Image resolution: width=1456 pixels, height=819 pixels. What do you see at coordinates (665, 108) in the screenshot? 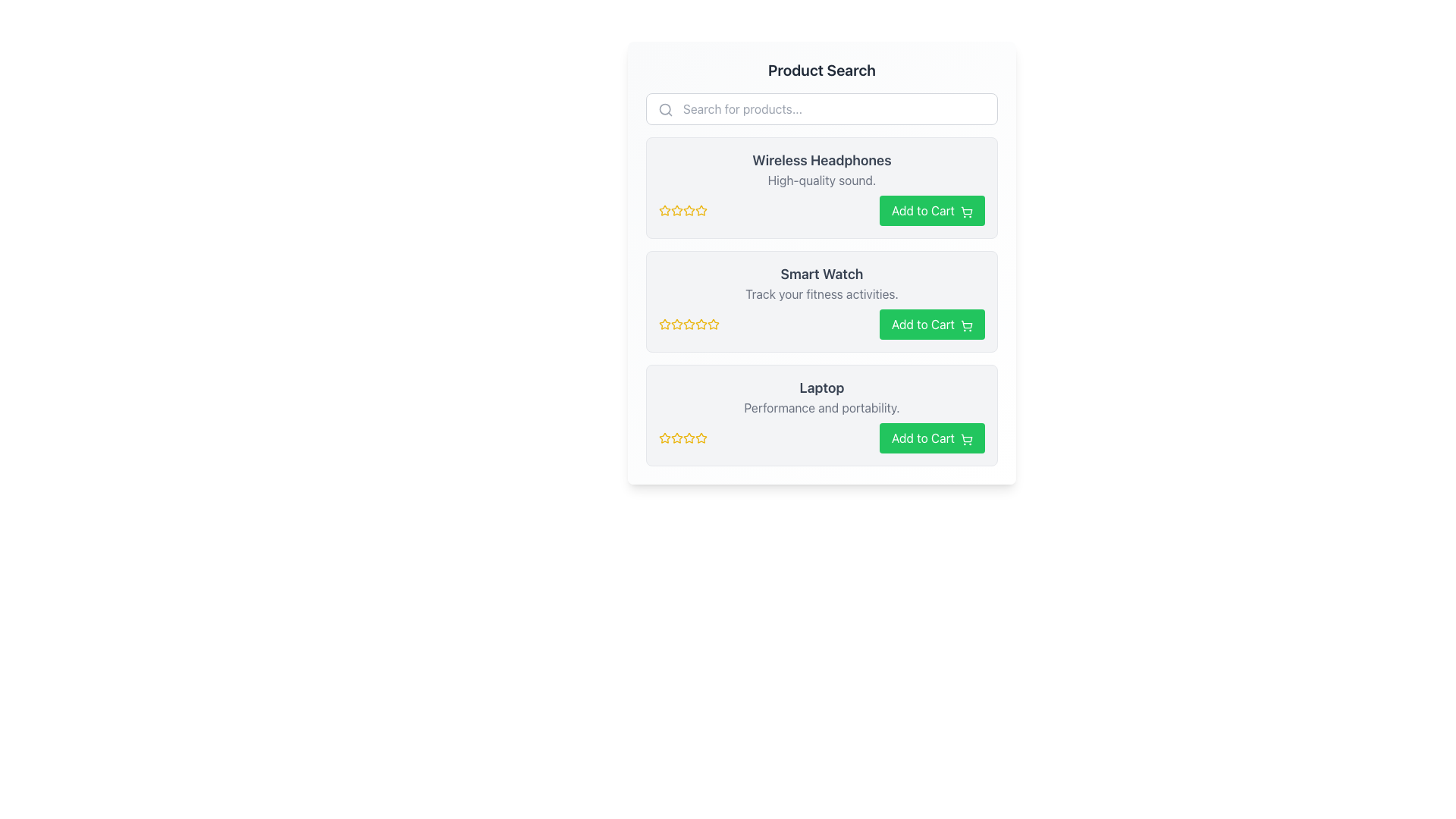
I see `the circular part of the magnifying glass icon located at the far left of the search input field` at bounding box center [665, 108].